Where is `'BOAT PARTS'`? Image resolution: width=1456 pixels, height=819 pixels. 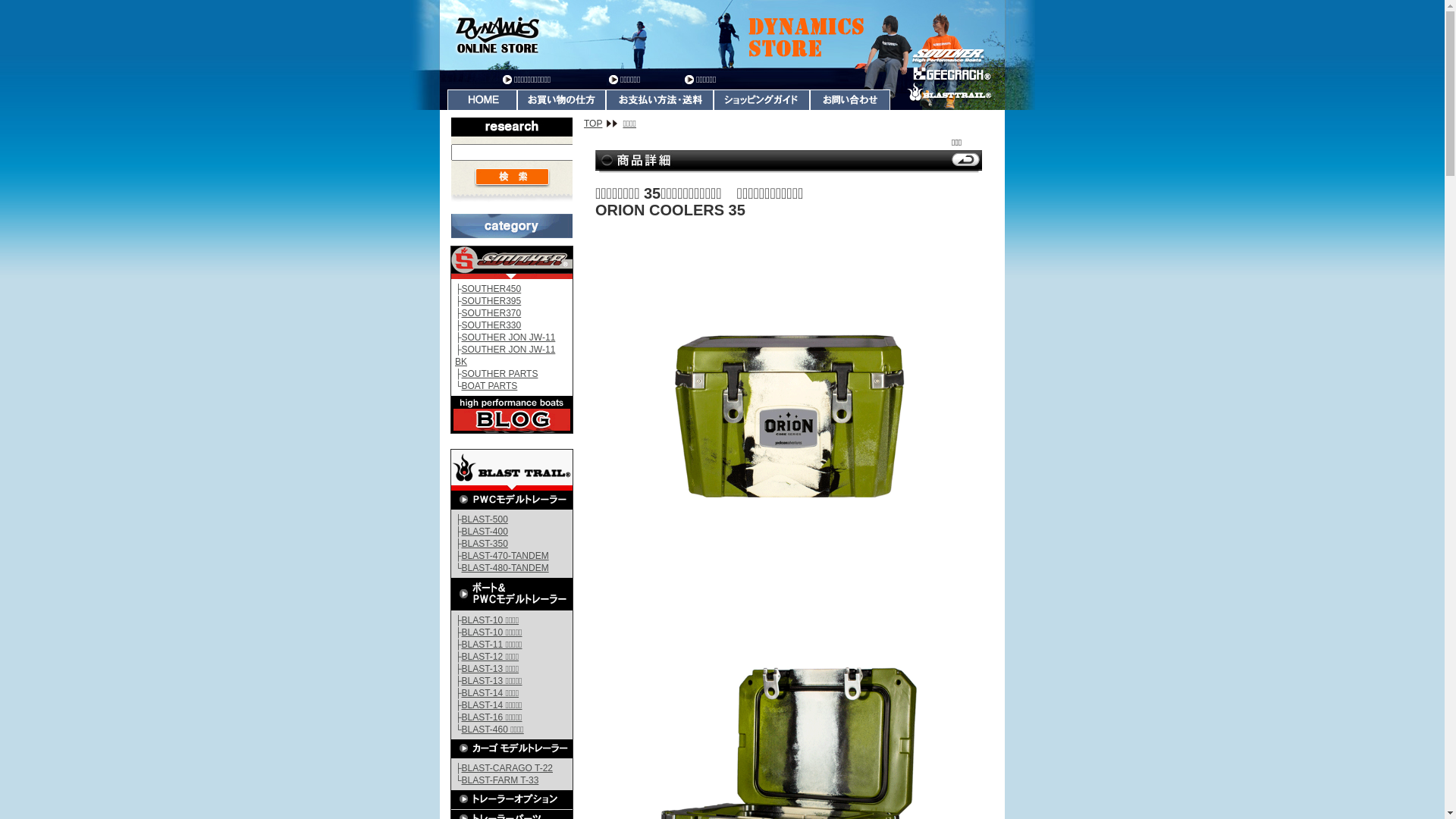
'BOAT PARTS' is located at coordinates (490, 385).